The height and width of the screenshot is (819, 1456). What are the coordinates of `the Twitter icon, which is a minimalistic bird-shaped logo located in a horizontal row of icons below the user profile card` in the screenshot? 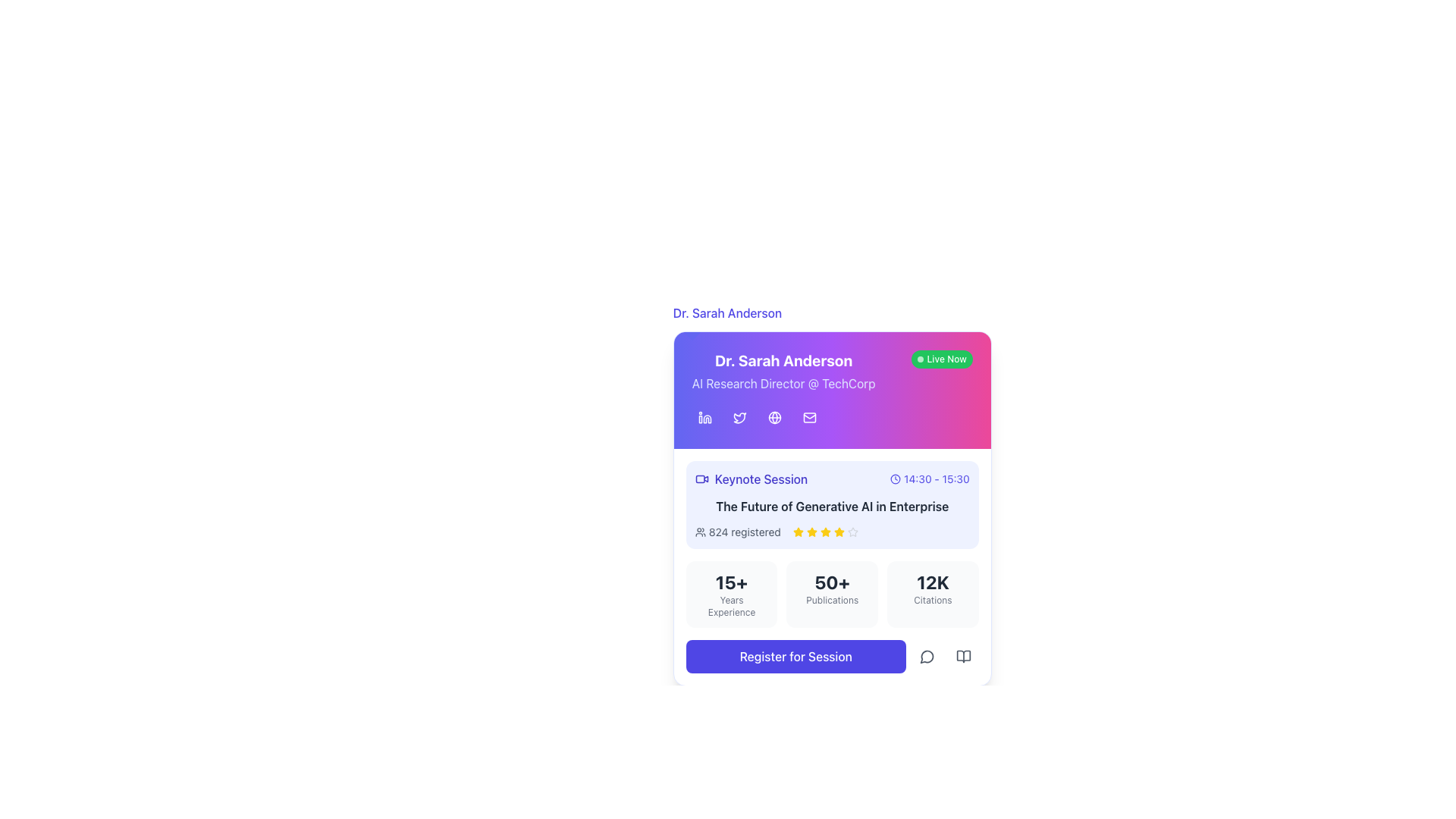 It's located at (739, 418).